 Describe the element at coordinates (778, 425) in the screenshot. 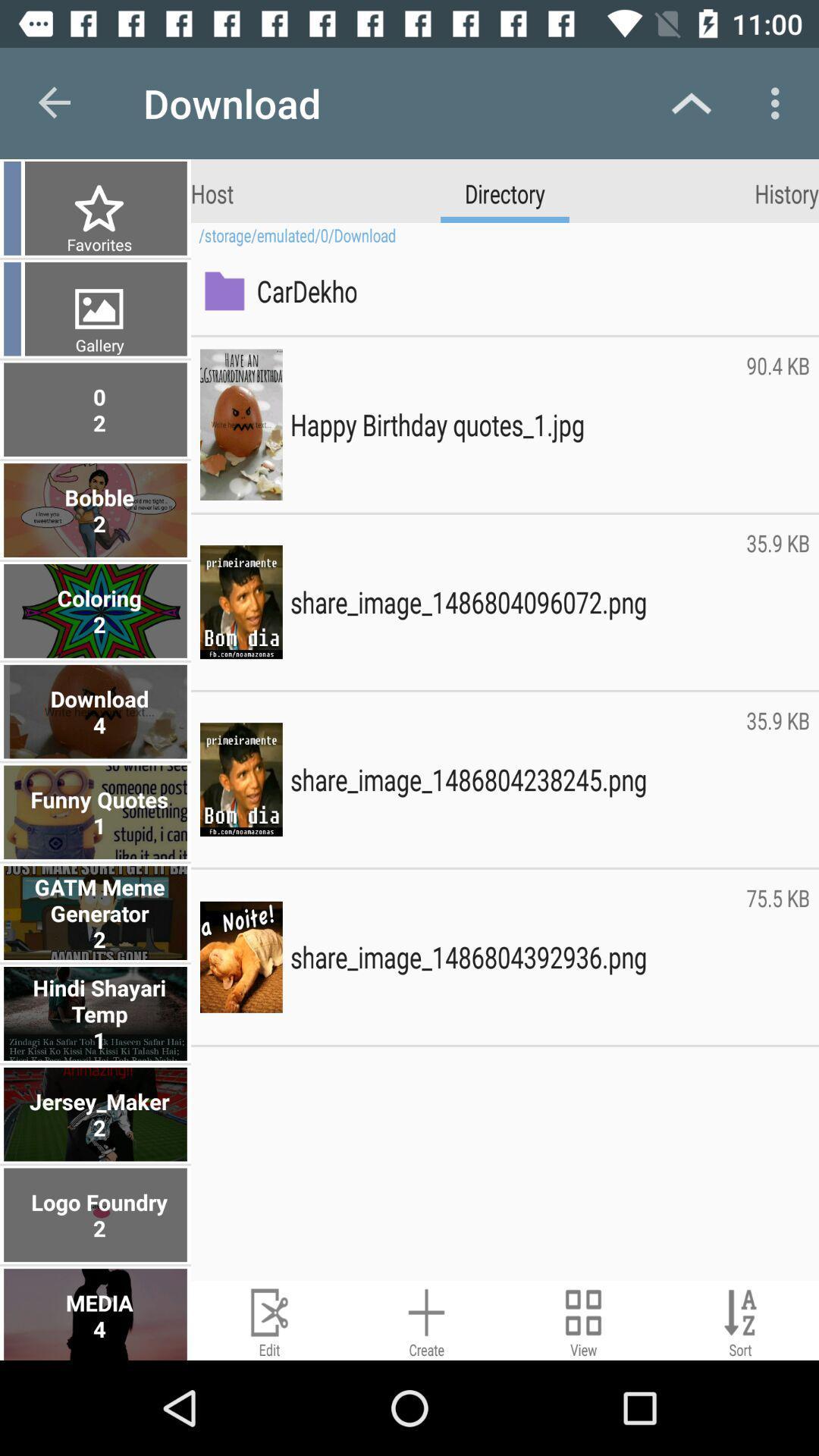

I see `the item below the cardekho` at that location.